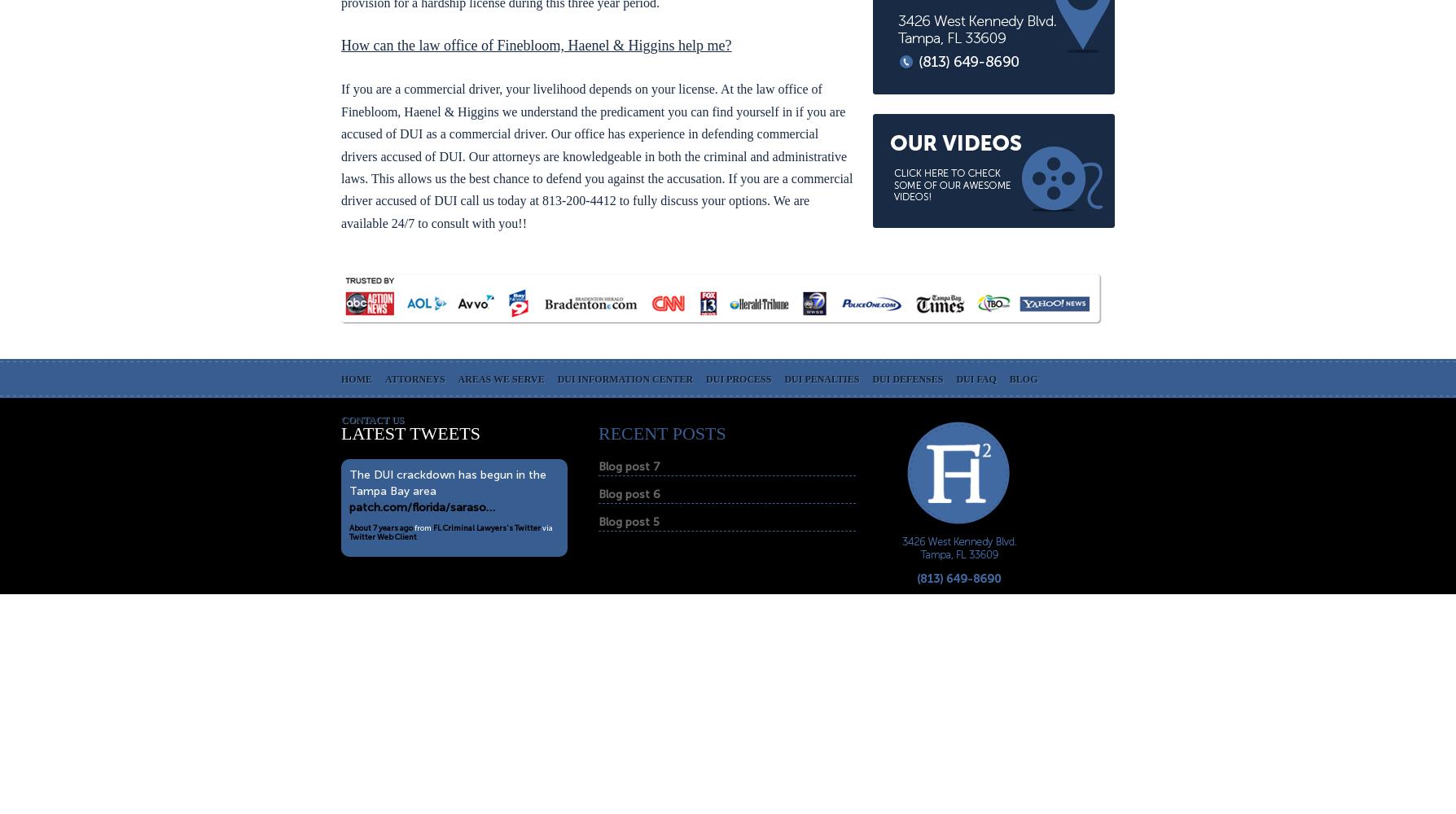 This screenshot has height=814, width=1456. What do you see at coordinates (487, 527) in the screenshot?
I see `'FL Criminal Lawyers's Twitter'` at bounding box center [487, 527].